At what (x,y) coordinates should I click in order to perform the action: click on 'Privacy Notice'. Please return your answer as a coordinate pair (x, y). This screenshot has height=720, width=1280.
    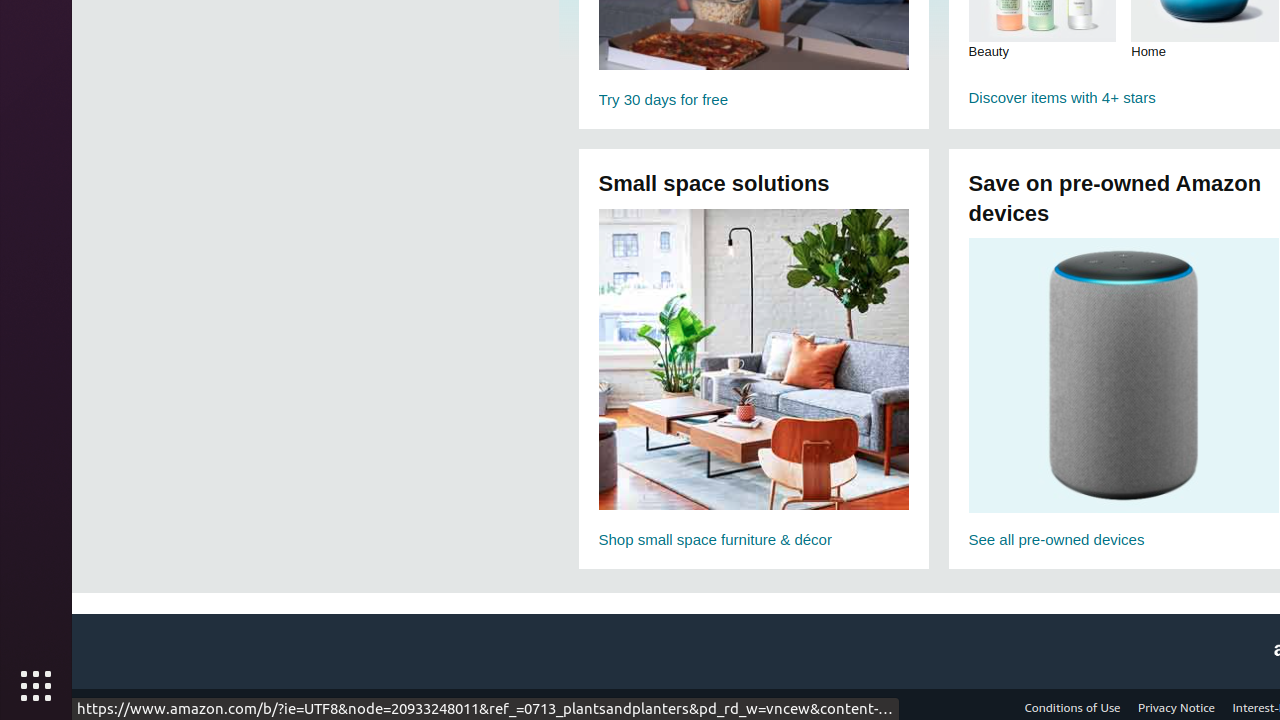
    Looking at the image, I should click on (1176, 706).